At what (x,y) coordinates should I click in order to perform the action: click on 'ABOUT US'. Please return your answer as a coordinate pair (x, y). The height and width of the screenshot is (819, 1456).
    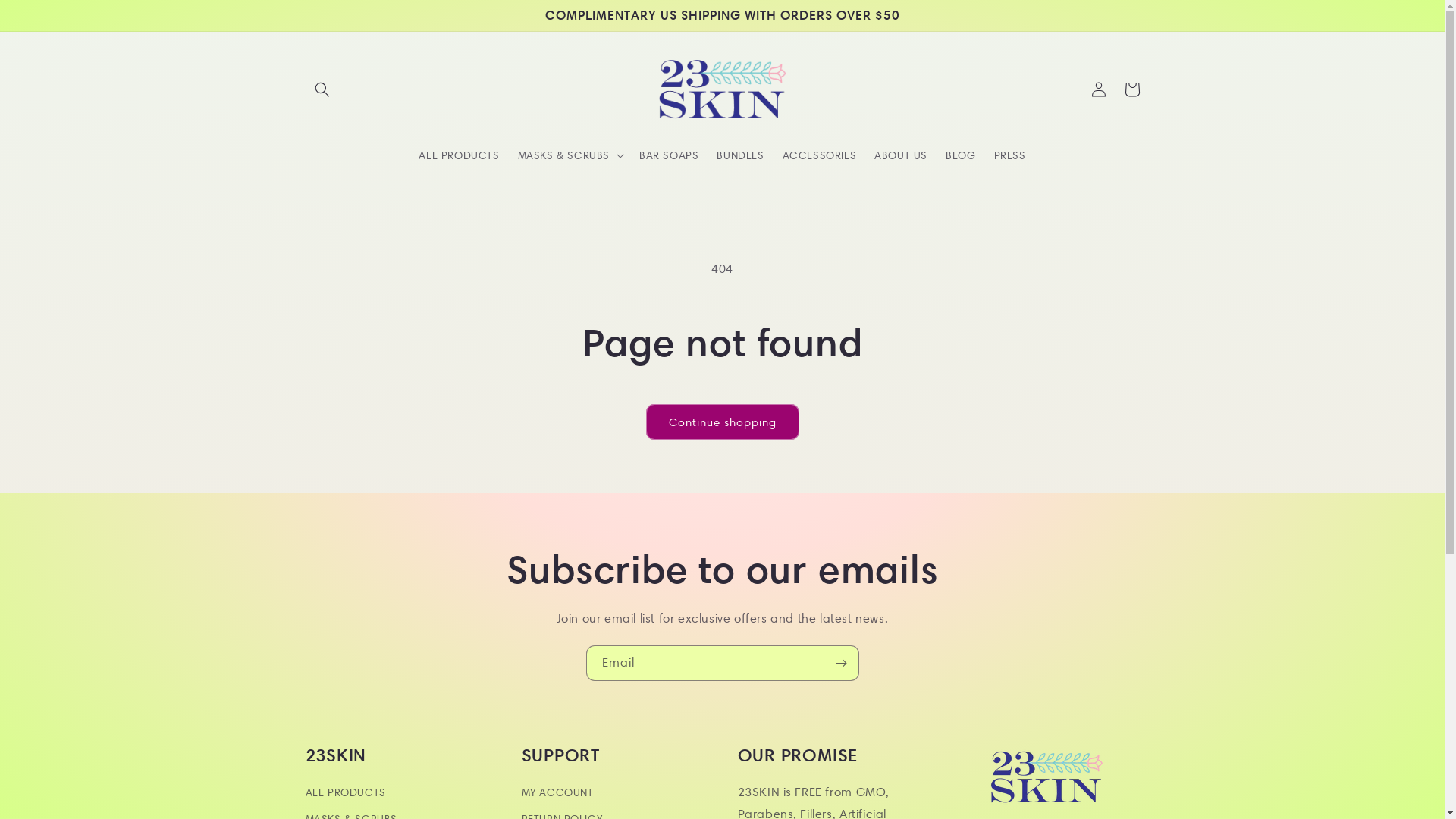
    Looking at the image, I should click on (900, 155).